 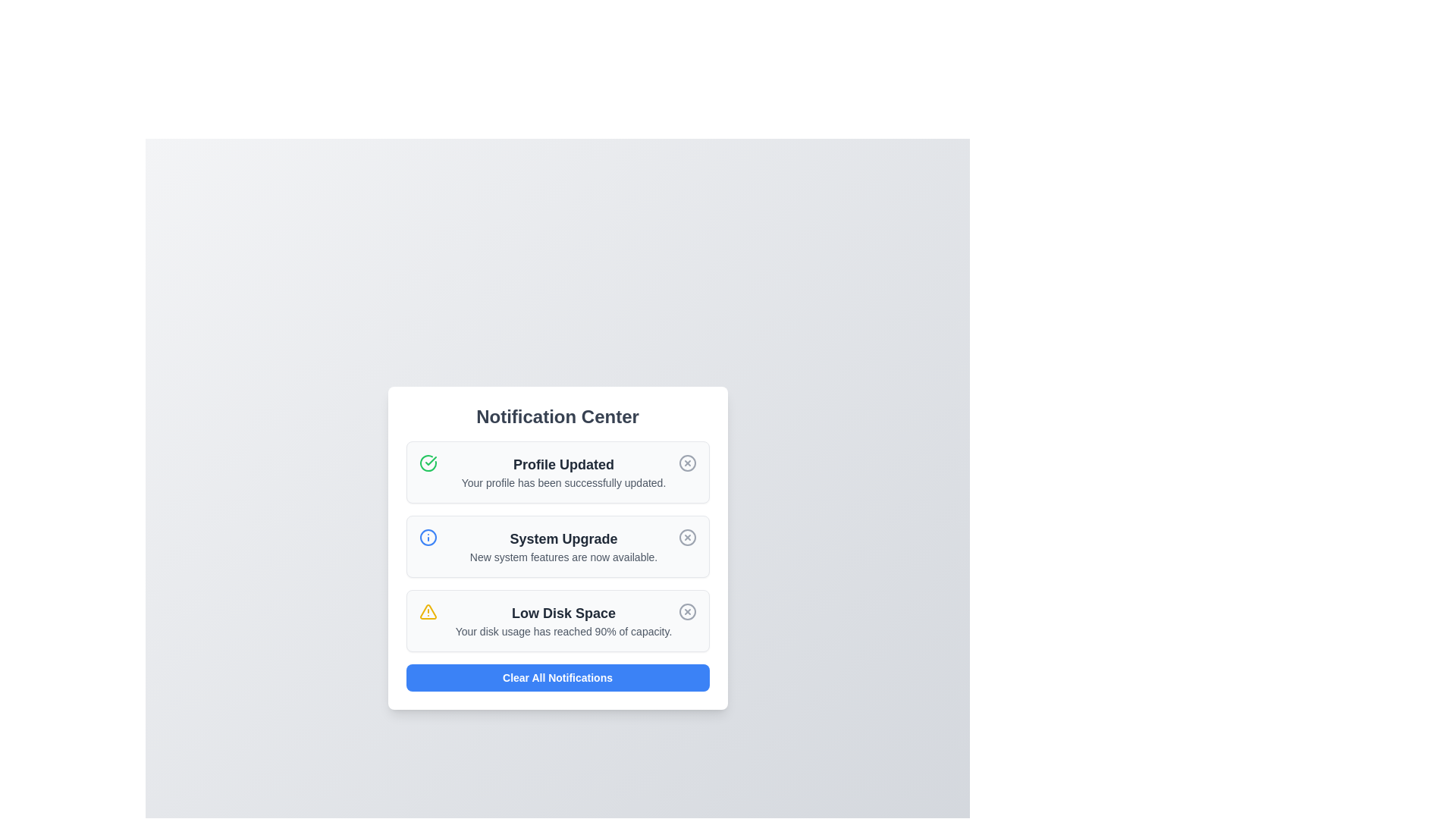 I want to click on the dismiss button located in the top-right corner of the 'System Upgrade' notification card in the Notification Center, so click(x=686, y=537).